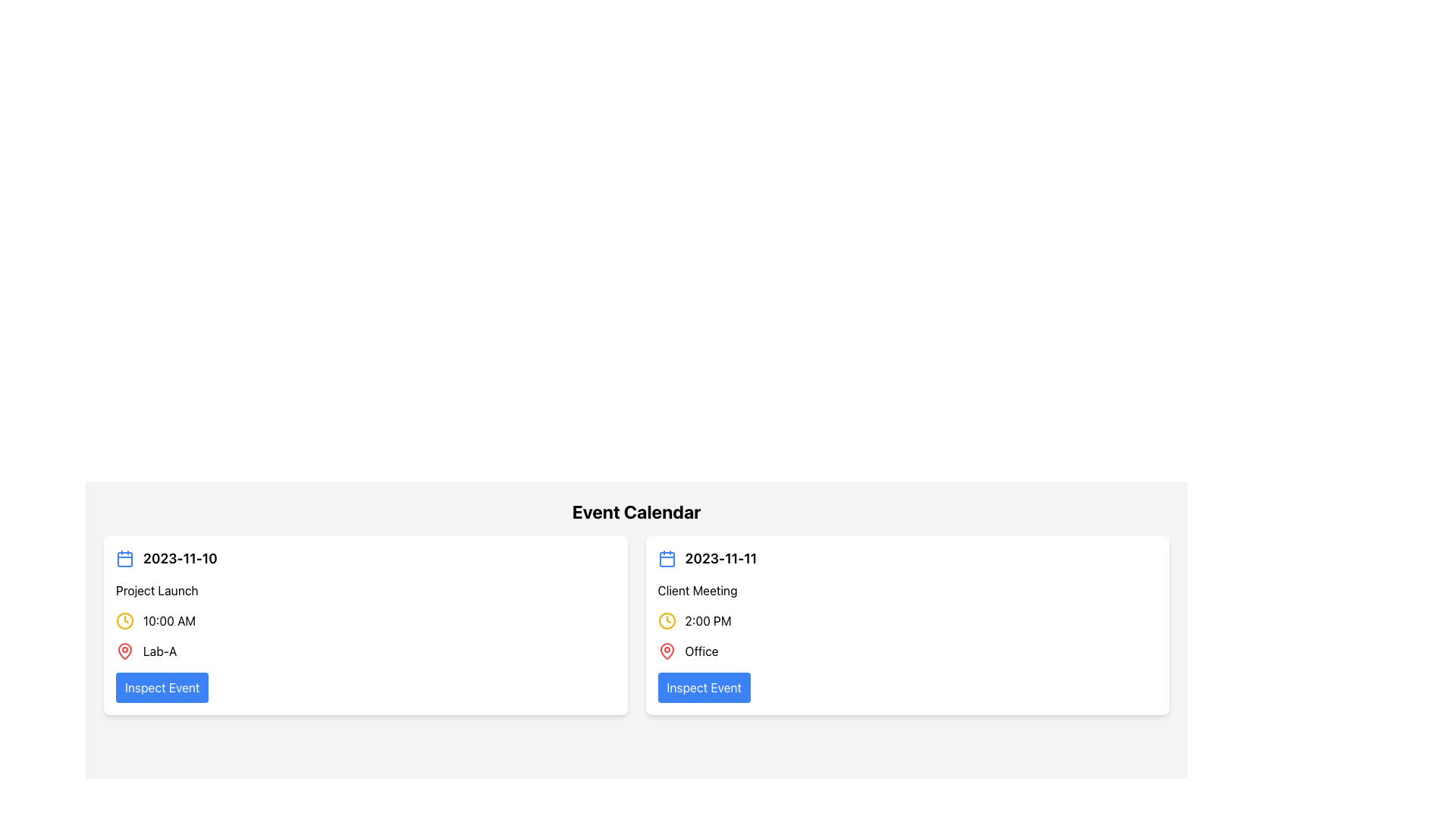 This screenshot has height=819, width=1456. Describe the element at coordinates (162, 687) in the screenshot. I see `the button at the bottom of the event information group` at that location.